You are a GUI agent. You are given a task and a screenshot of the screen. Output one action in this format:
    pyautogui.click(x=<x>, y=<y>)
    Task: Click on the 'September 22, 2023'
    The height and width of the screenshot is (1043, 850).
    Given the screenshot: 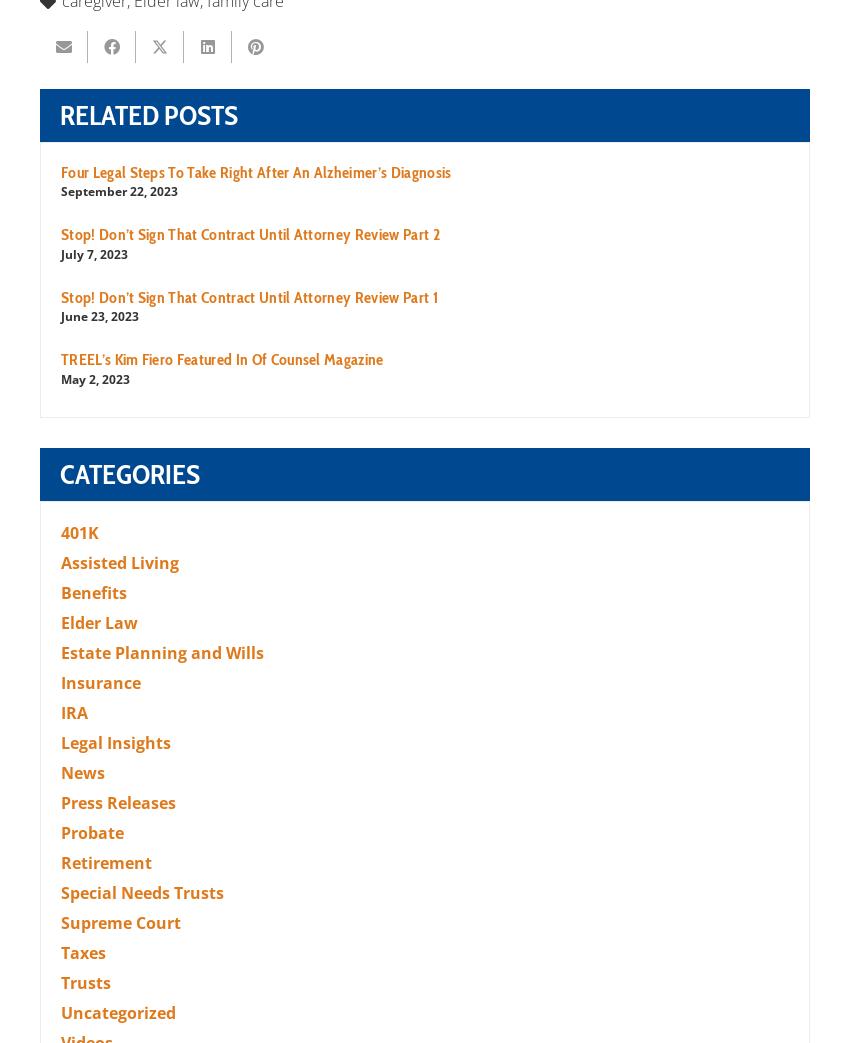 What is the action you would take?
    pyautogui.click(x=61, y=190)
    